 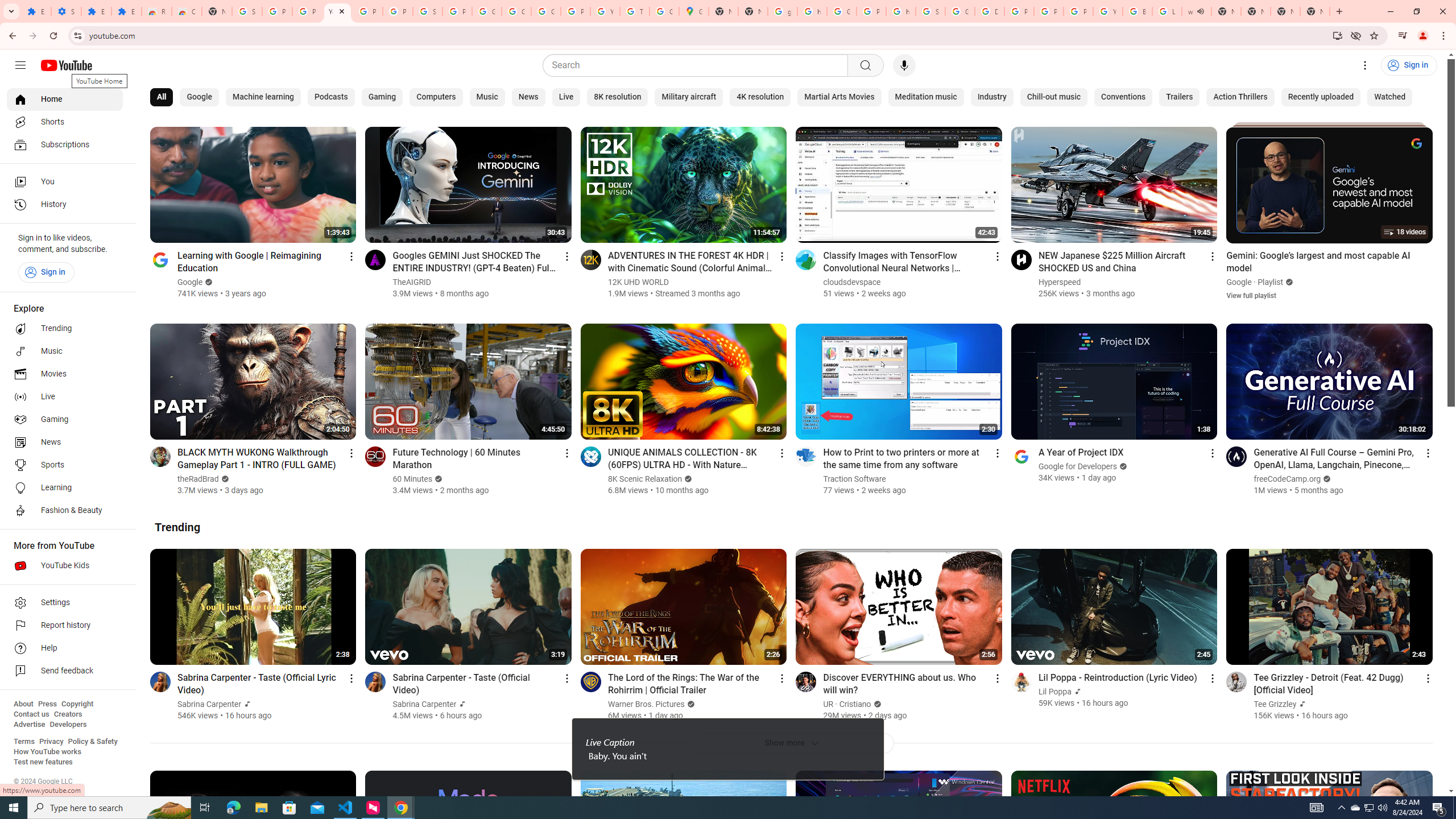 I want to click on 'Podcasts', so click(x=331, y=97).